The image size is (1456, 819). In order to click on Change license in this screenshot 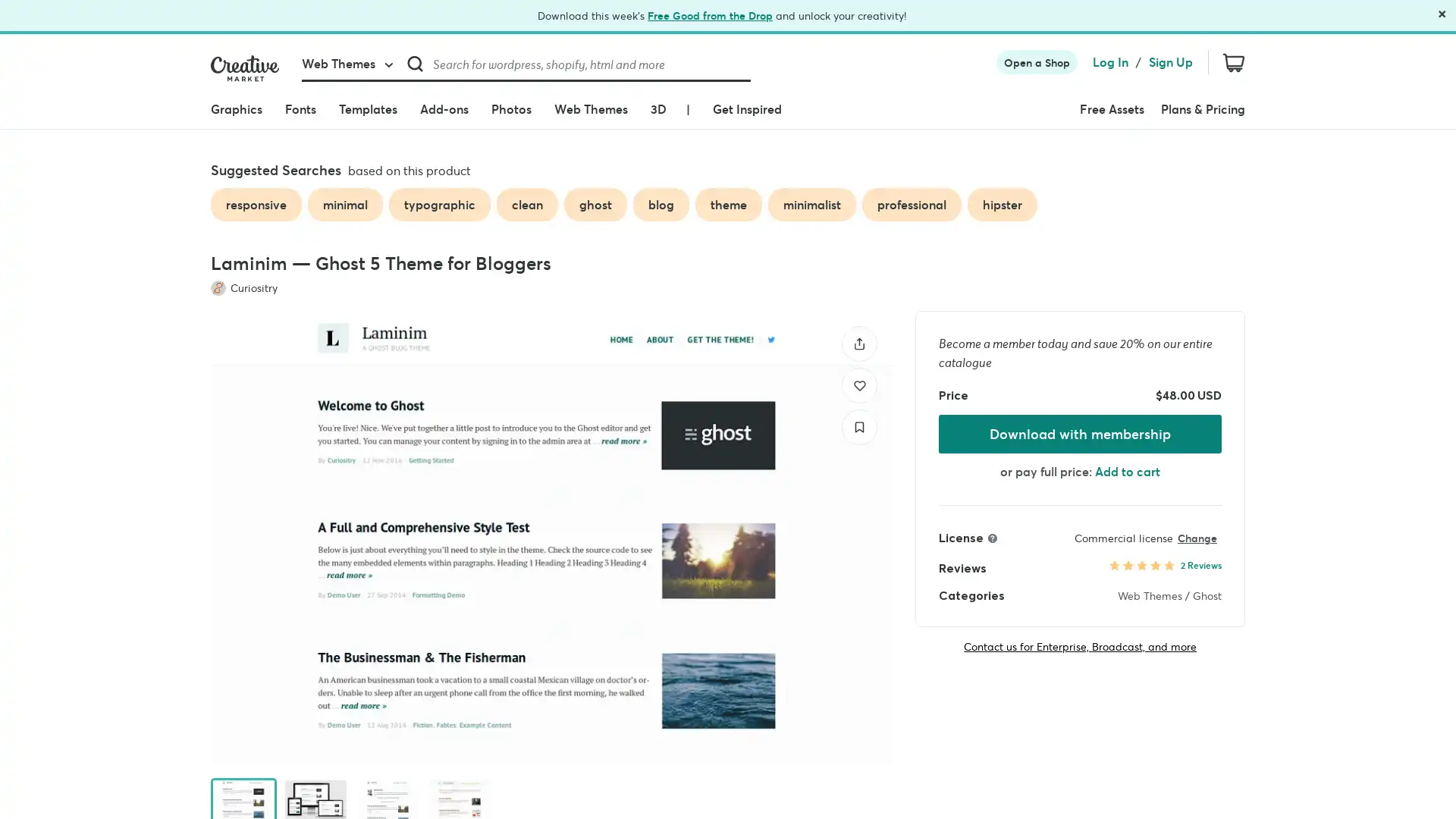, I will do `click(1196, 537)`.